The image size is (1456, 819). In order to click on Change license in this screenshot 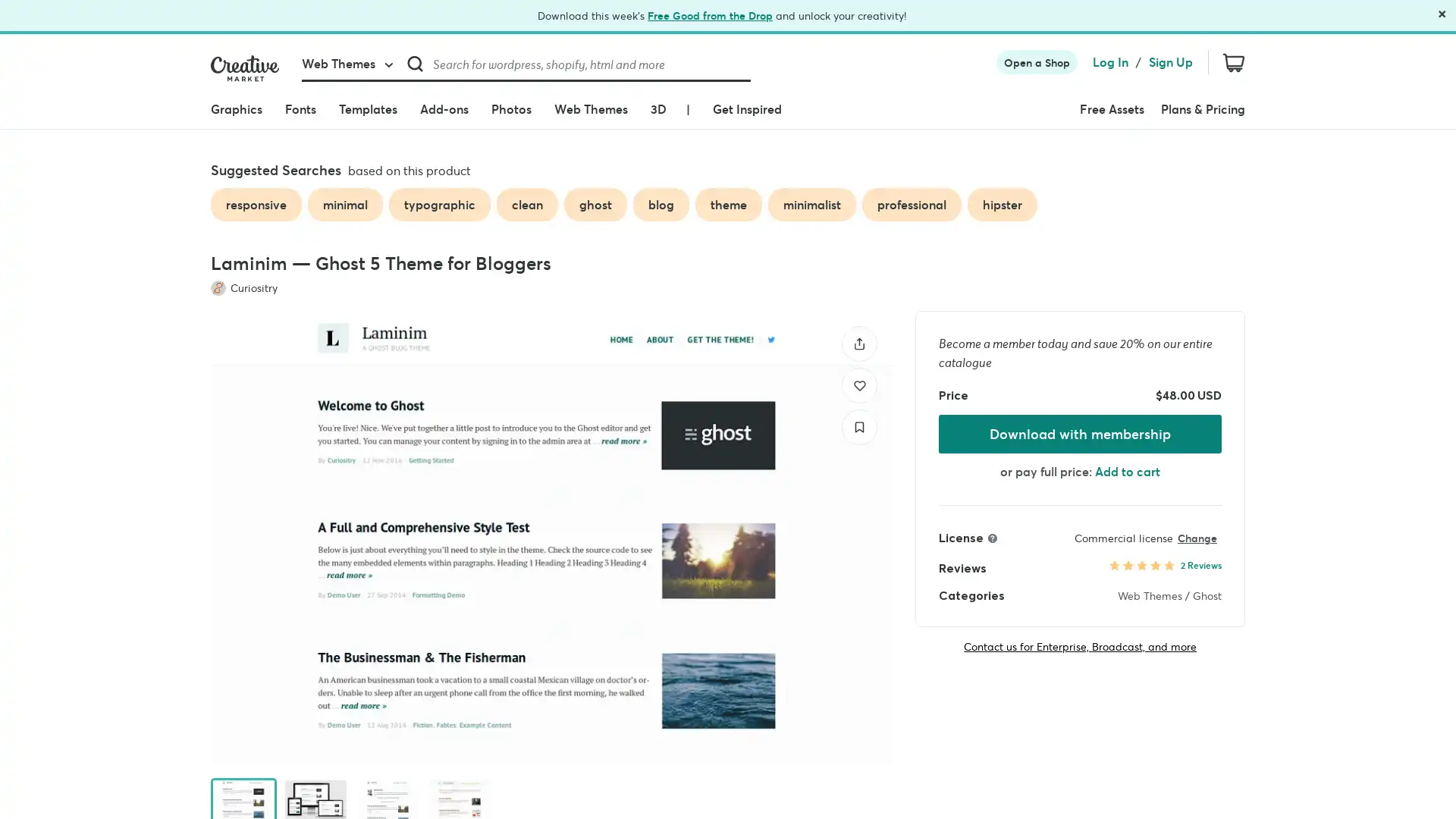, I will do `click(1196, 537)`.